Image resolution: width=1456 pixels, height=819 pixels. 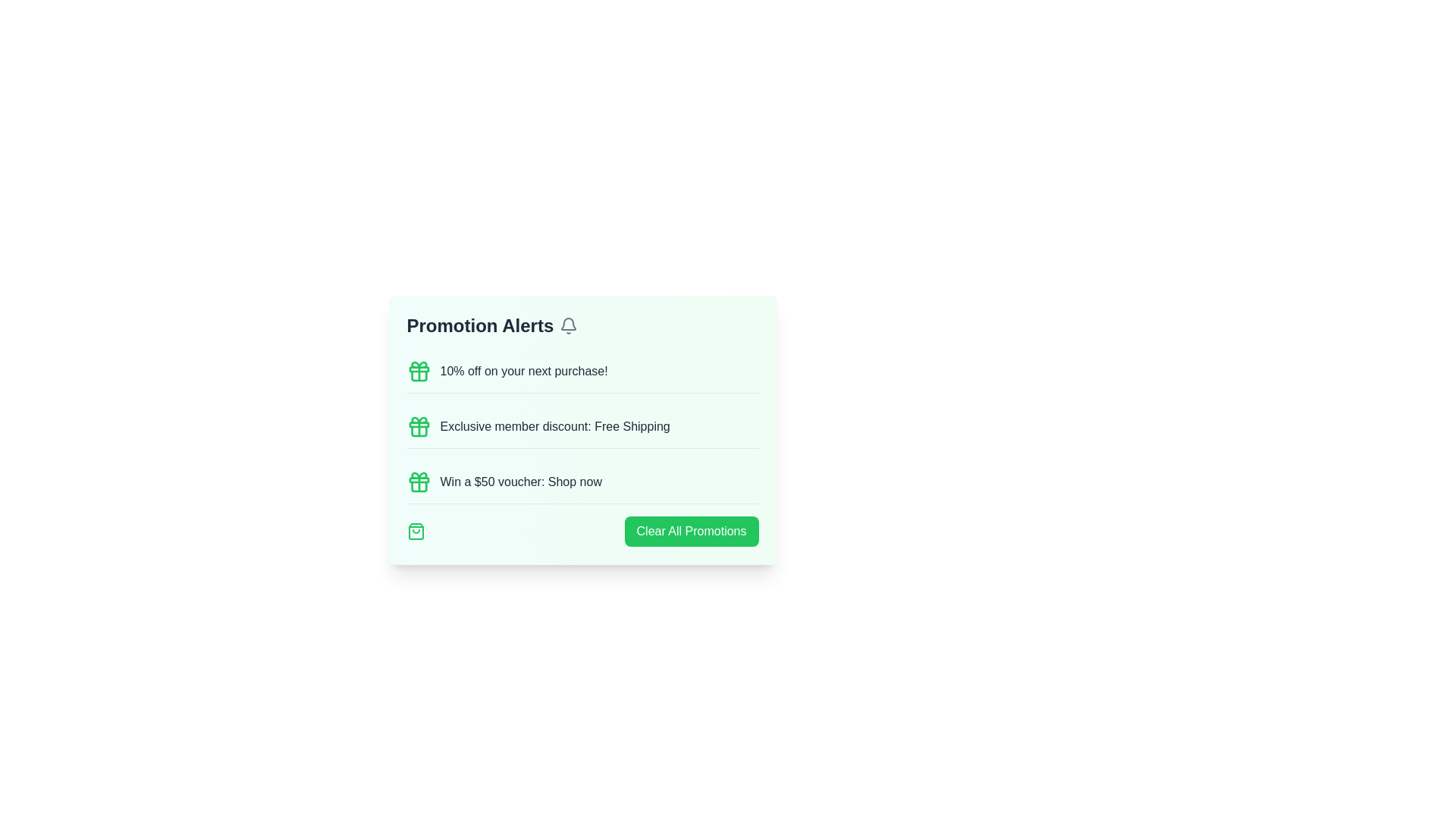 What do you see at coordinates (419, 427) in the screenshot?
I see `the promotion icon representing the 'Exclusive member discount: Free Shipping' text, located in the second row under 'Promotion Alerts'` at bounding box center [419, 427].